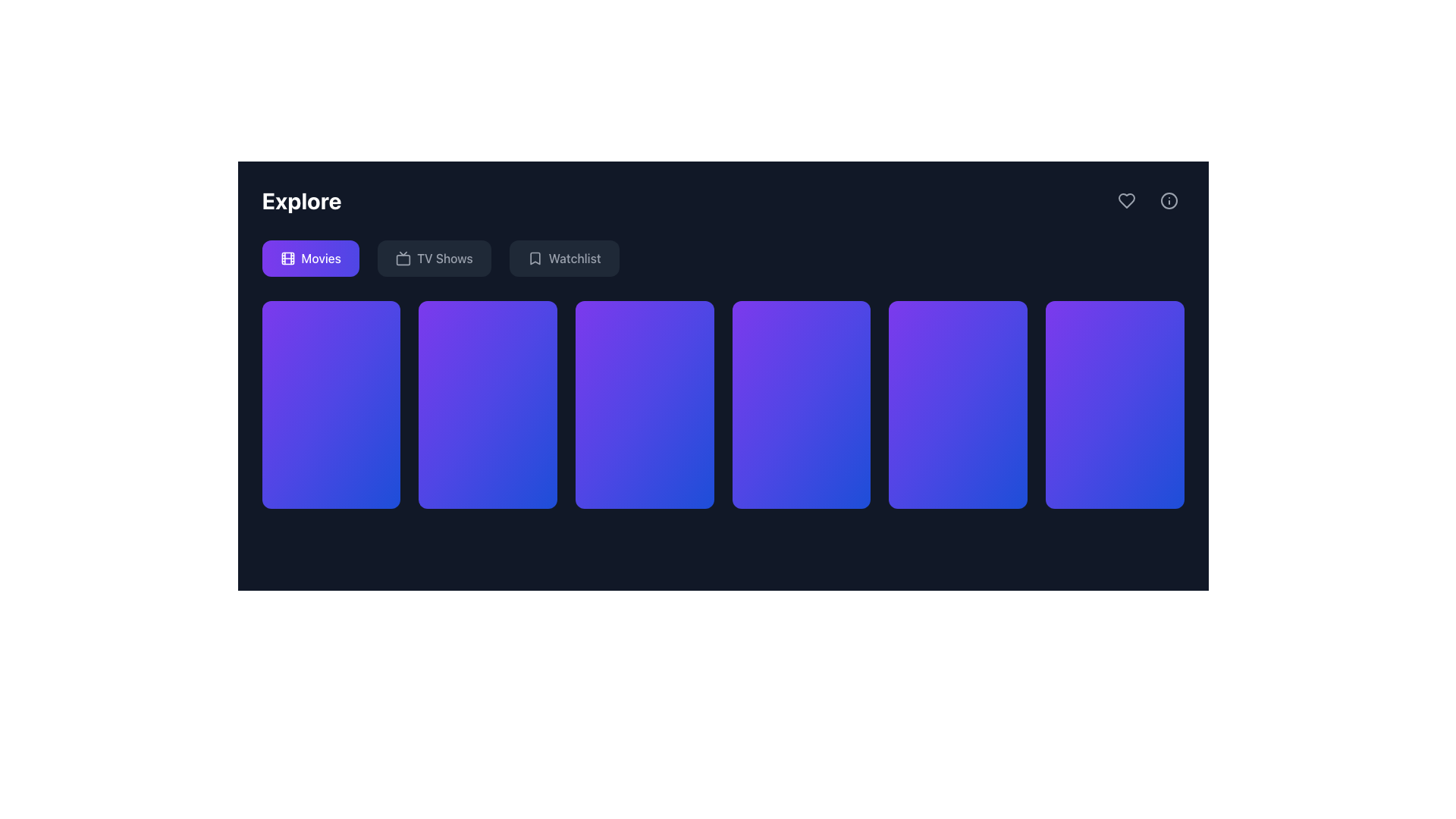 Image resolution: width=1456 pixels, height=819 pixels. Describe the element at coordinates (433, 257) in the screenshot. I see `the navigation button for TV shows, which is the second option in the horizontal navigation bar below the 'Explore' header, positioned between 'Movies' and 'Watchlist', to activate its hover state` at that location.